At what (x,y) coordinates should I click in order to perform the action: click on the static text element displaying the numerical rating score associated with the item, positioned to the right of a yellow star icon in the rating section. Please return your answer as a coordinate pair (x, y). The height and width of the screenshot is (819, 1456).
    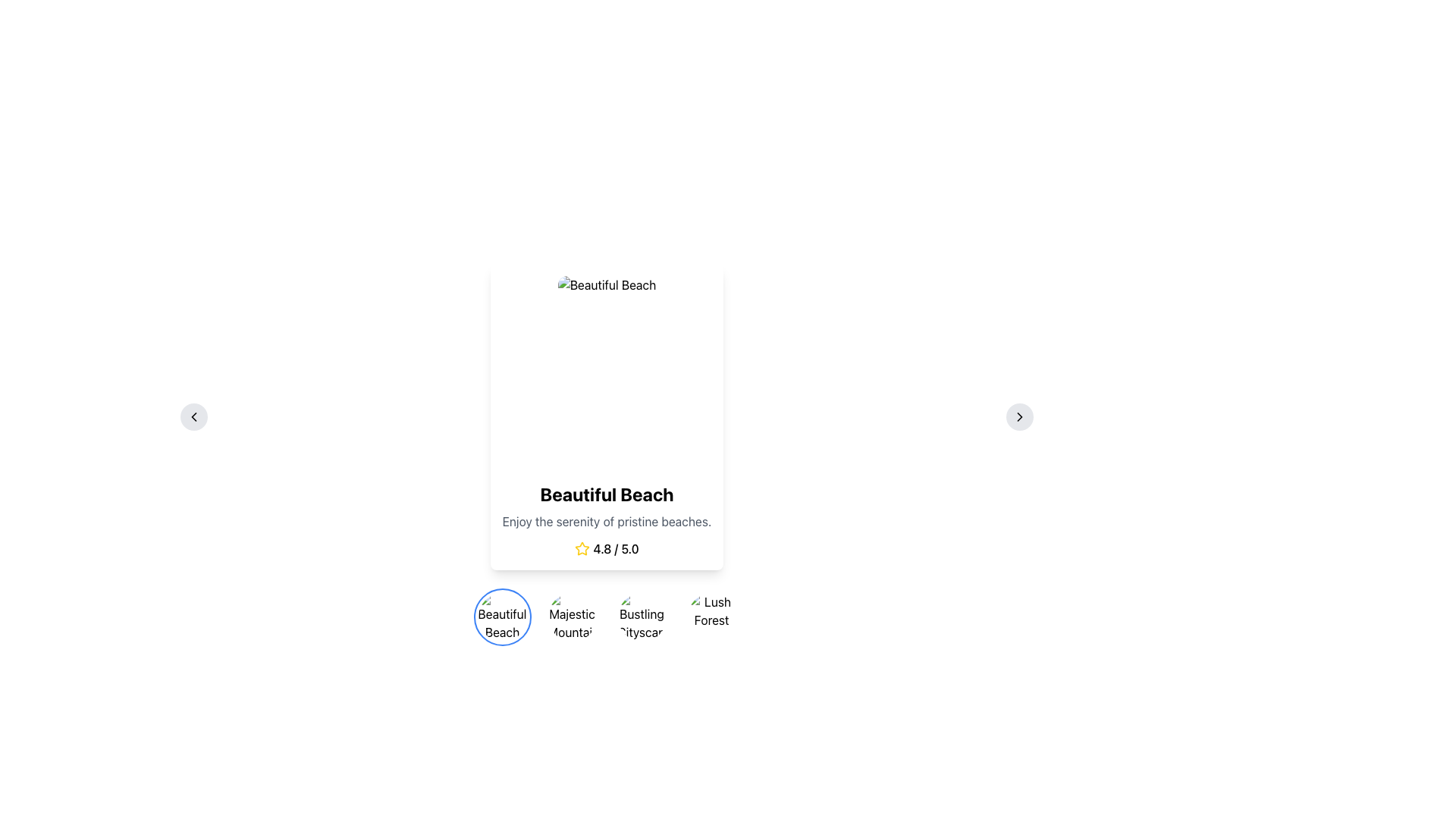
    Looking at the image, I should click on (616, 549).